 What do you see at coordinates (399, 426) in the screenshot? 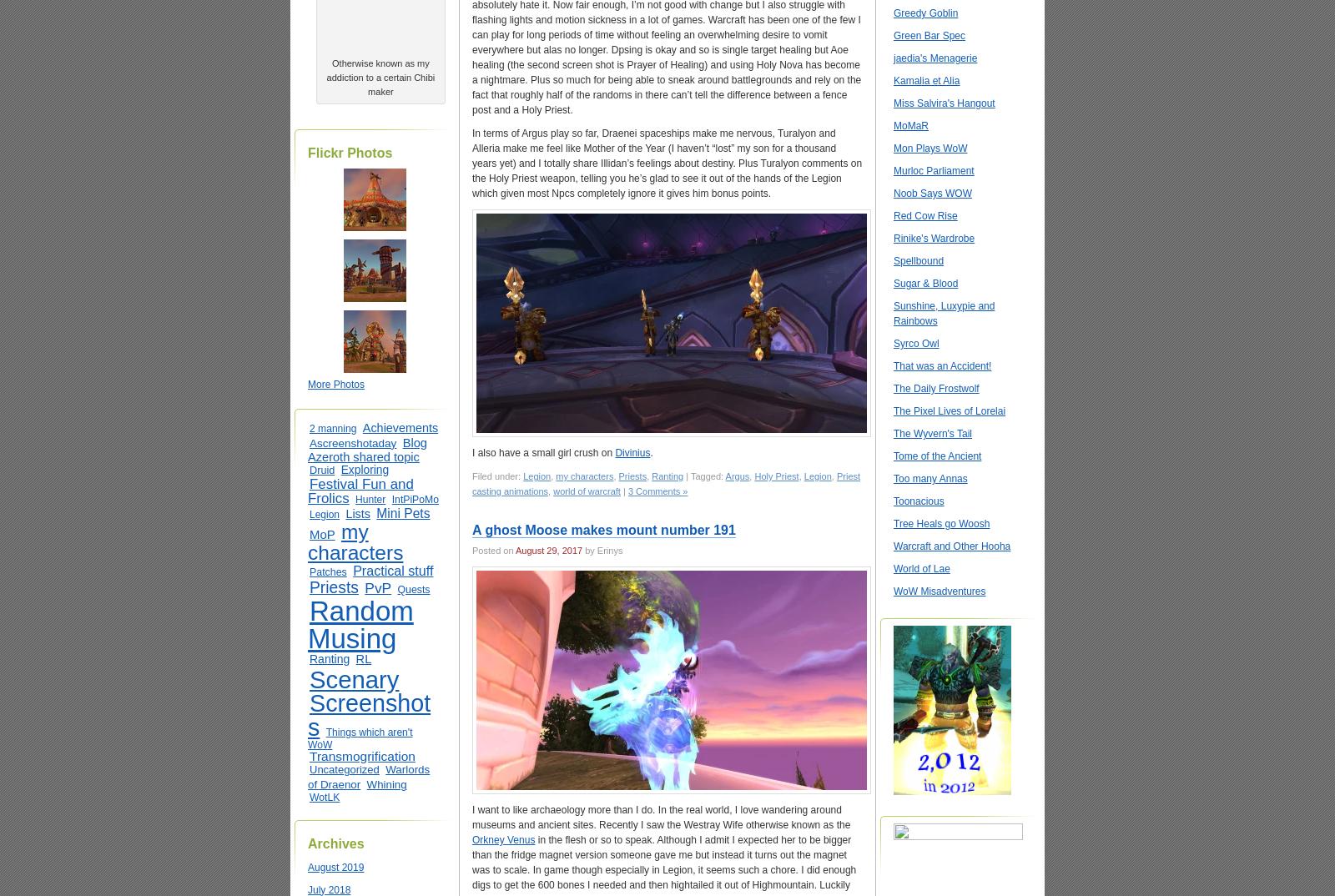
I see `'Achievements'` at bounding box center [399, 426].